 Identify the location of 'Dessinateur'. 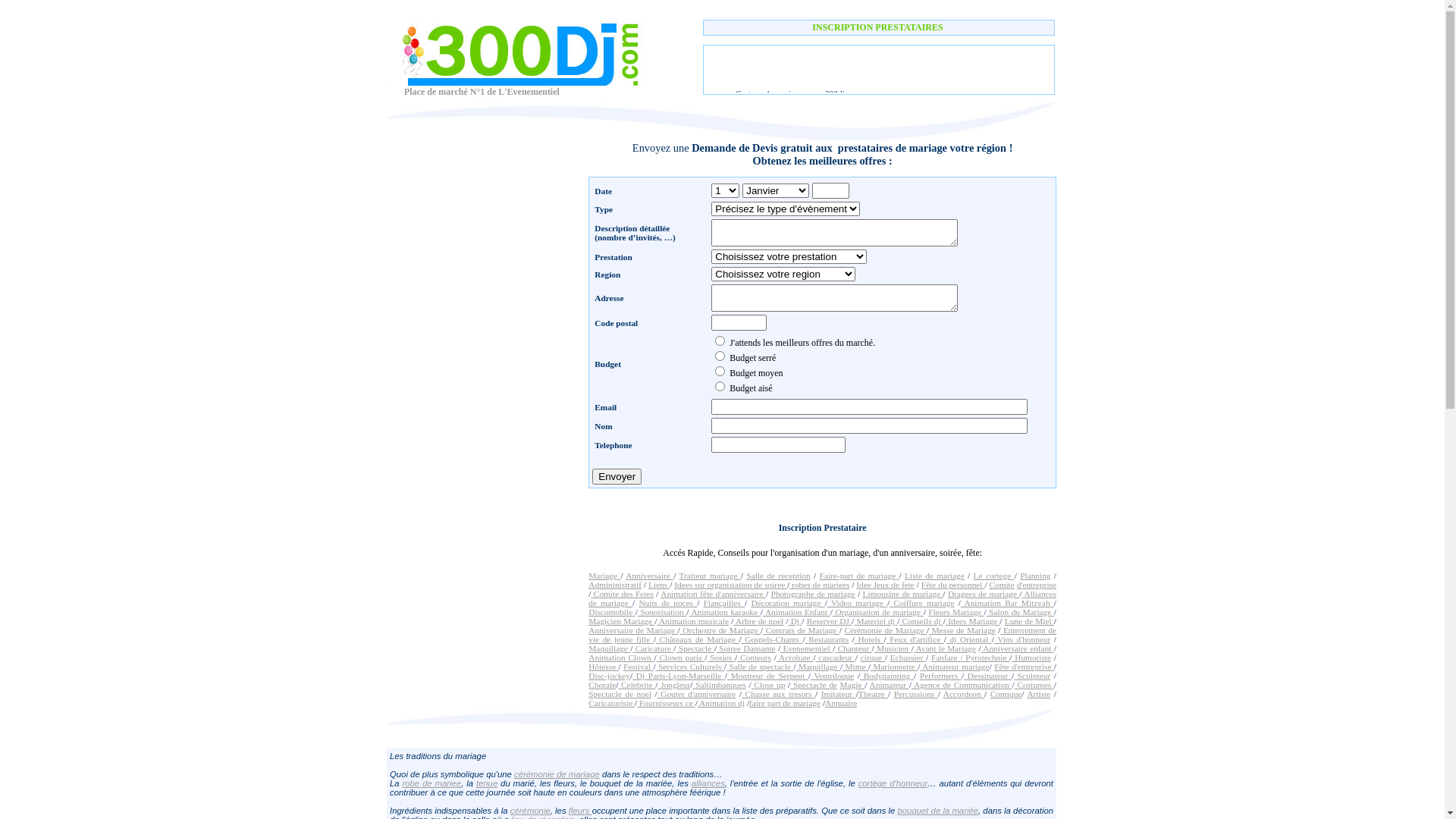
(963, 675).